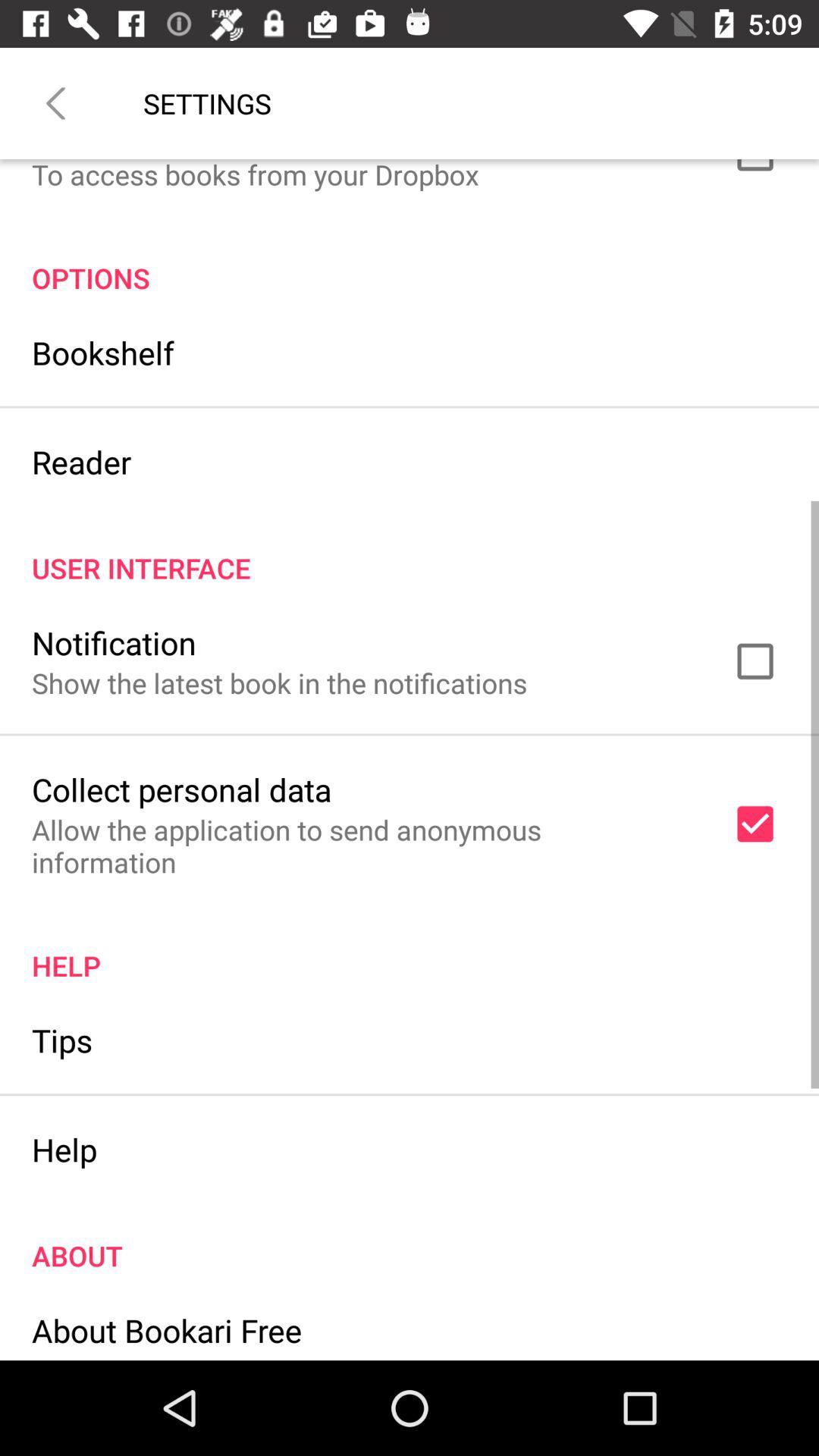 This screenshot has height=1456, width=819. What do you see at coordinates (409, 551) in the screenshot?
I see `the user interface` at bounding box center [409, 551].